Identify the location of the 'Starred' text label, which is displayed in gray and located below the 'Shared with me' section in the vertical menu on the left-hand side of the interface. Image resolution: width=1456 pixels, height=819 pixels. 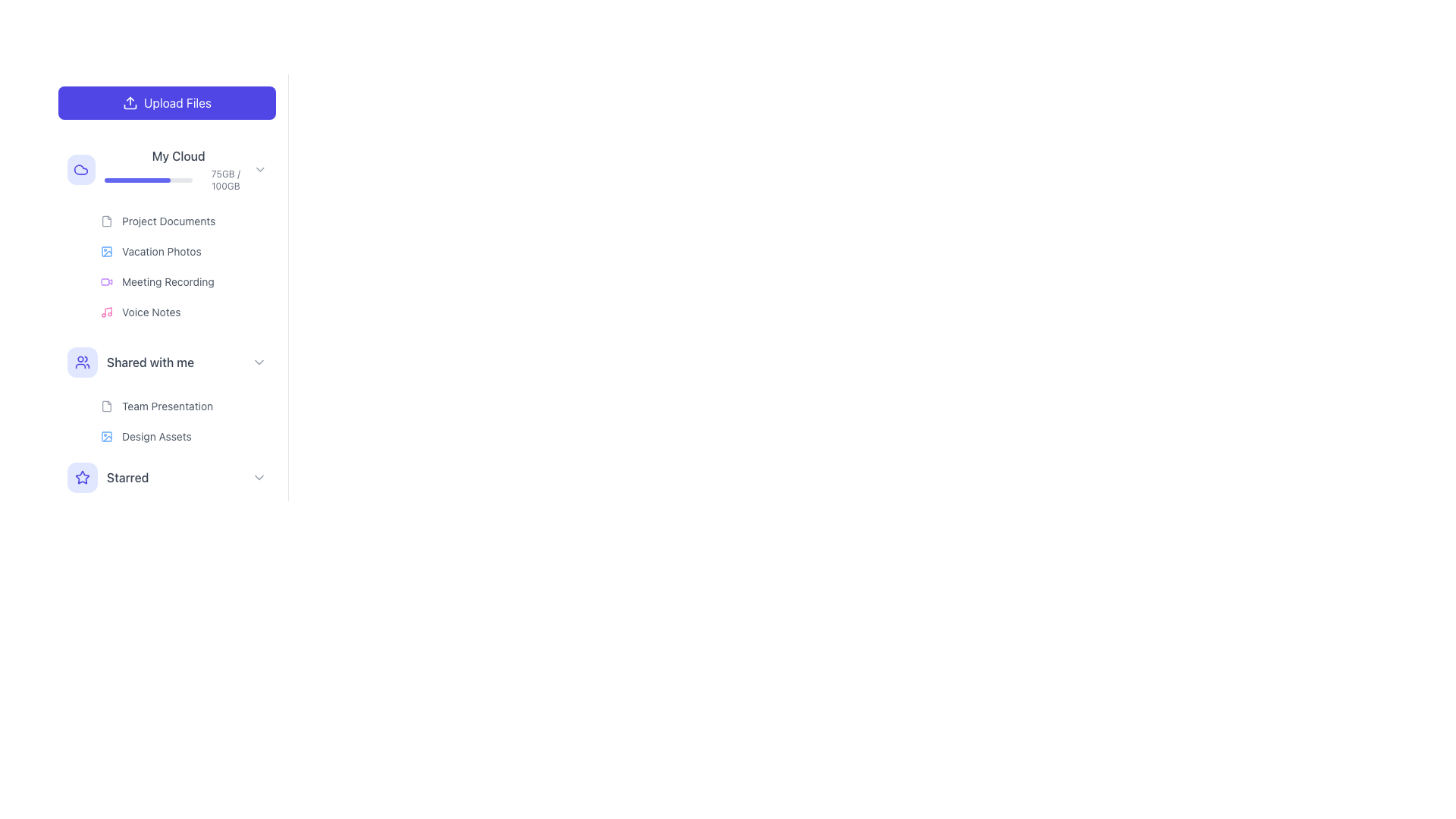
(127, 476).